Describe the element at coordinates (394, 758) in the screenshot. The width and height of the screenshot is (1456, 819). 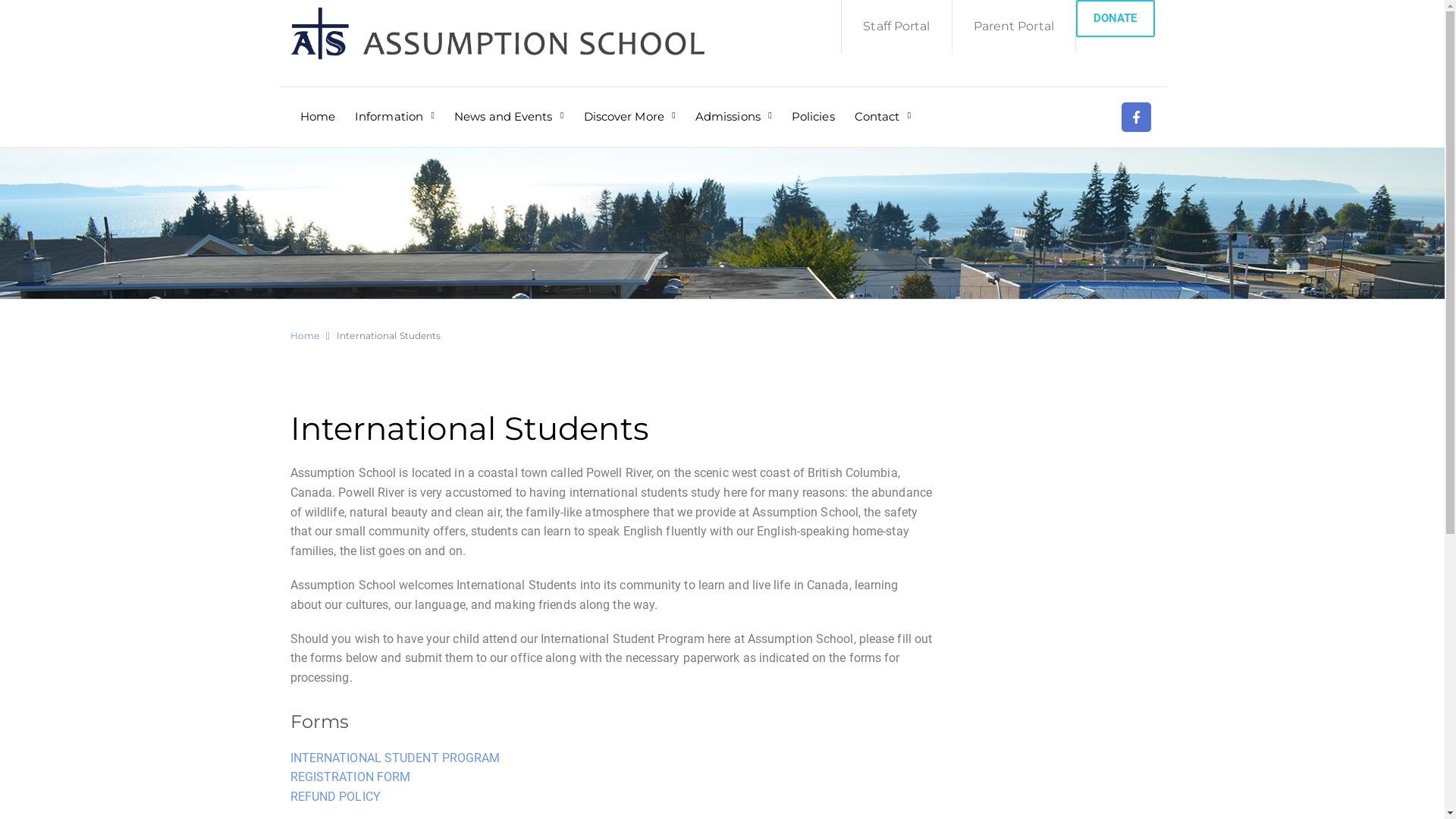
I see `'INTERNATIONAL STUDENT PROGRAM'` at that location.